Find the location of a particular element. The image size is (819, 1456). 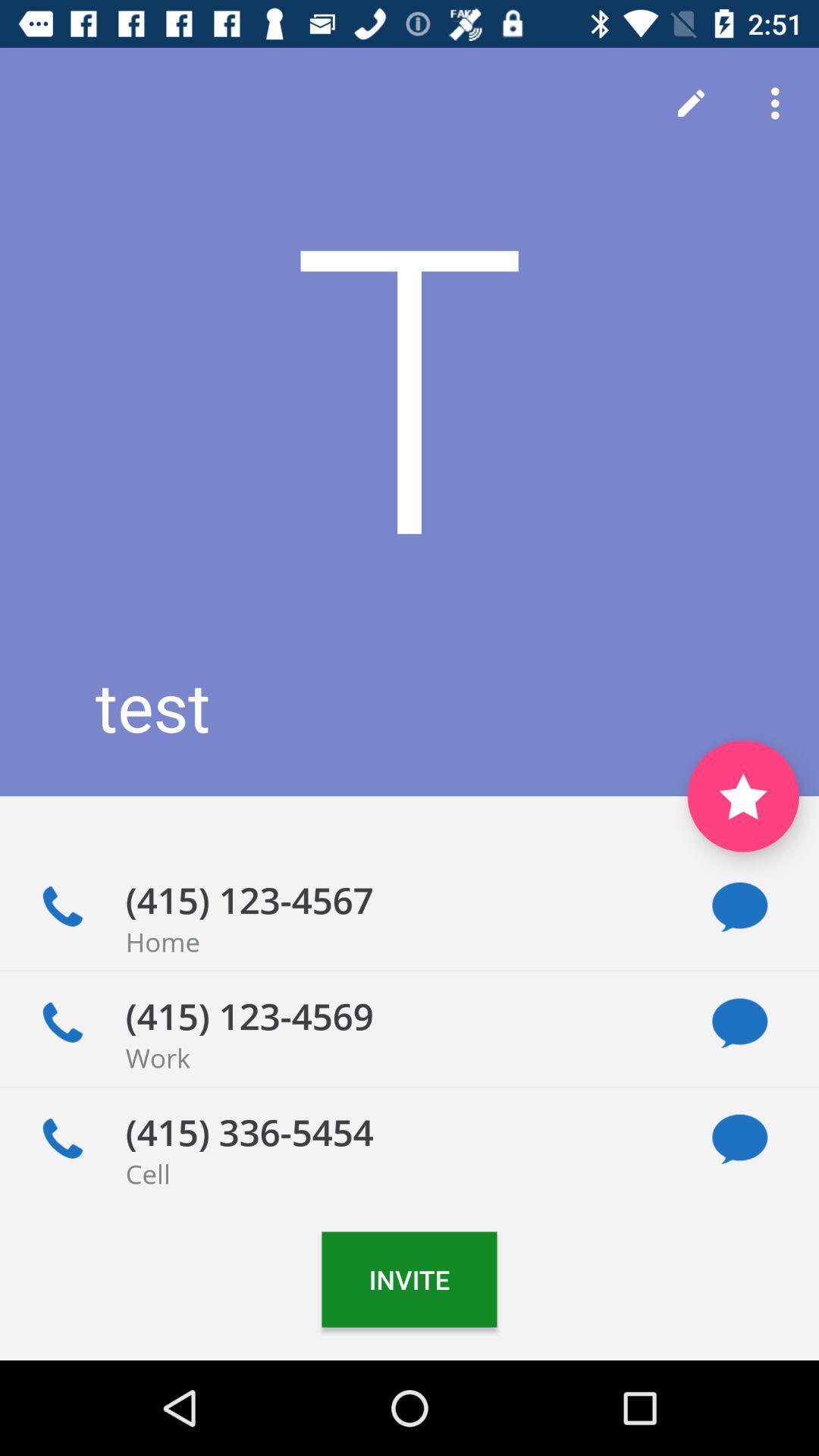

send message is located at coordinates (739, 1139).